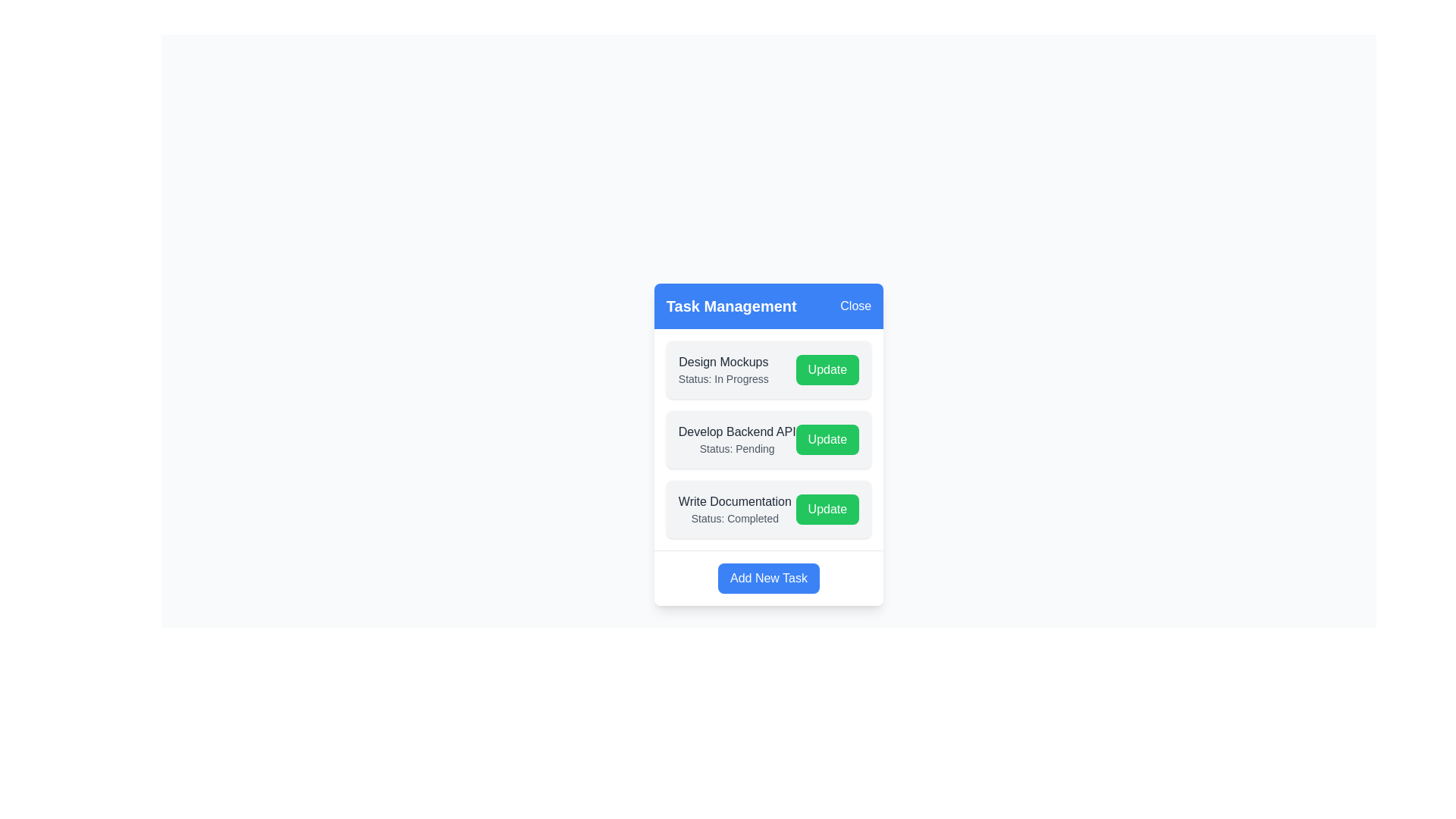  Describe the element at coordinates (735, 500) in the screenshot. I see `the task name 'Write Documentation' to select its text` at that location.